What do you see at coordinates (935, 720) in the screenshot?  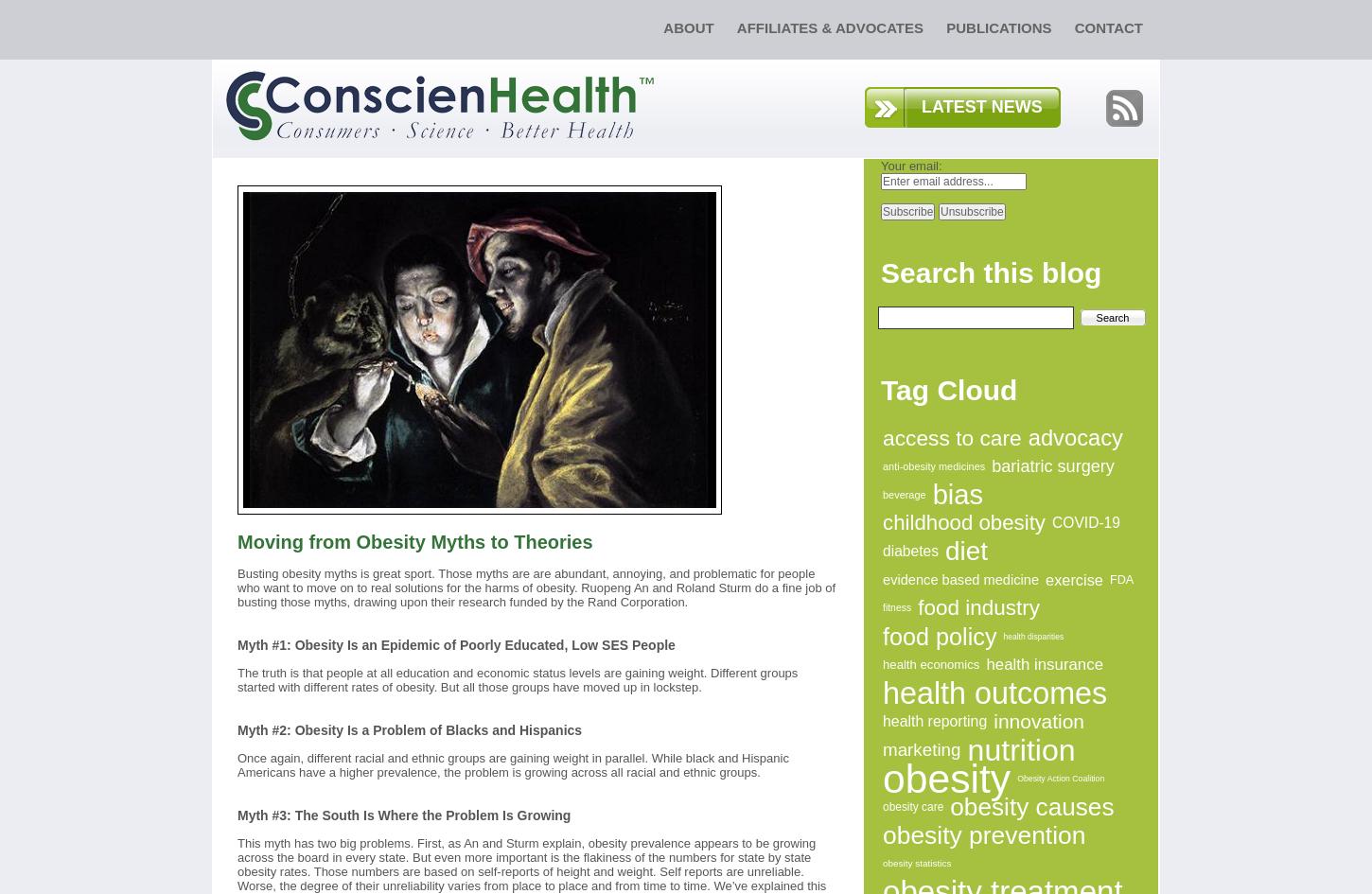 I see `'health reporting'` at bounding box center [935, 720].